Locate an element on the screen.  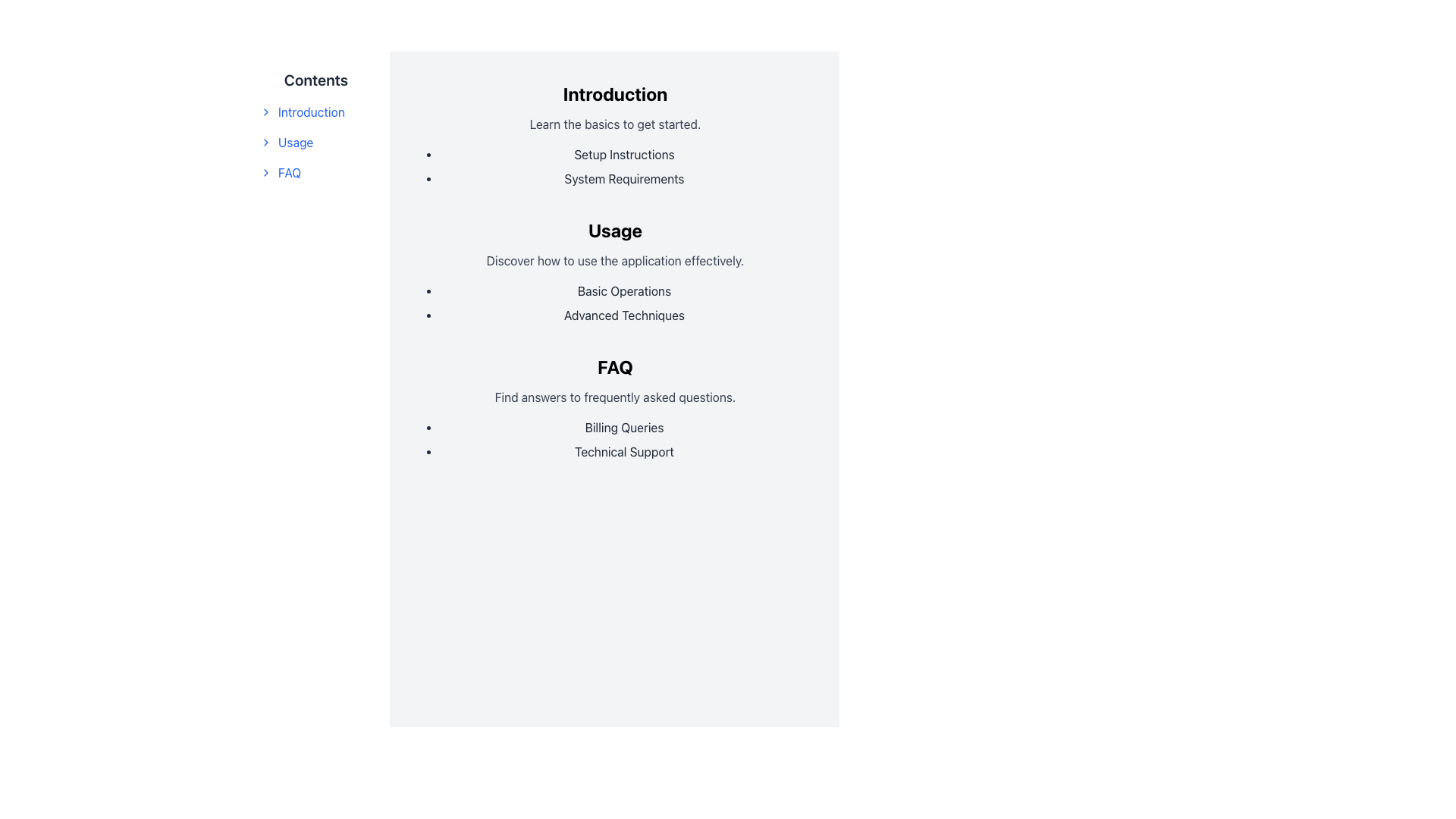
the small, rightward-pointing blue chevron icon located to the left of the 'FAQ' text link in the navigational sidebar under the 'Contents' heading is located at coordinates (265, 171).